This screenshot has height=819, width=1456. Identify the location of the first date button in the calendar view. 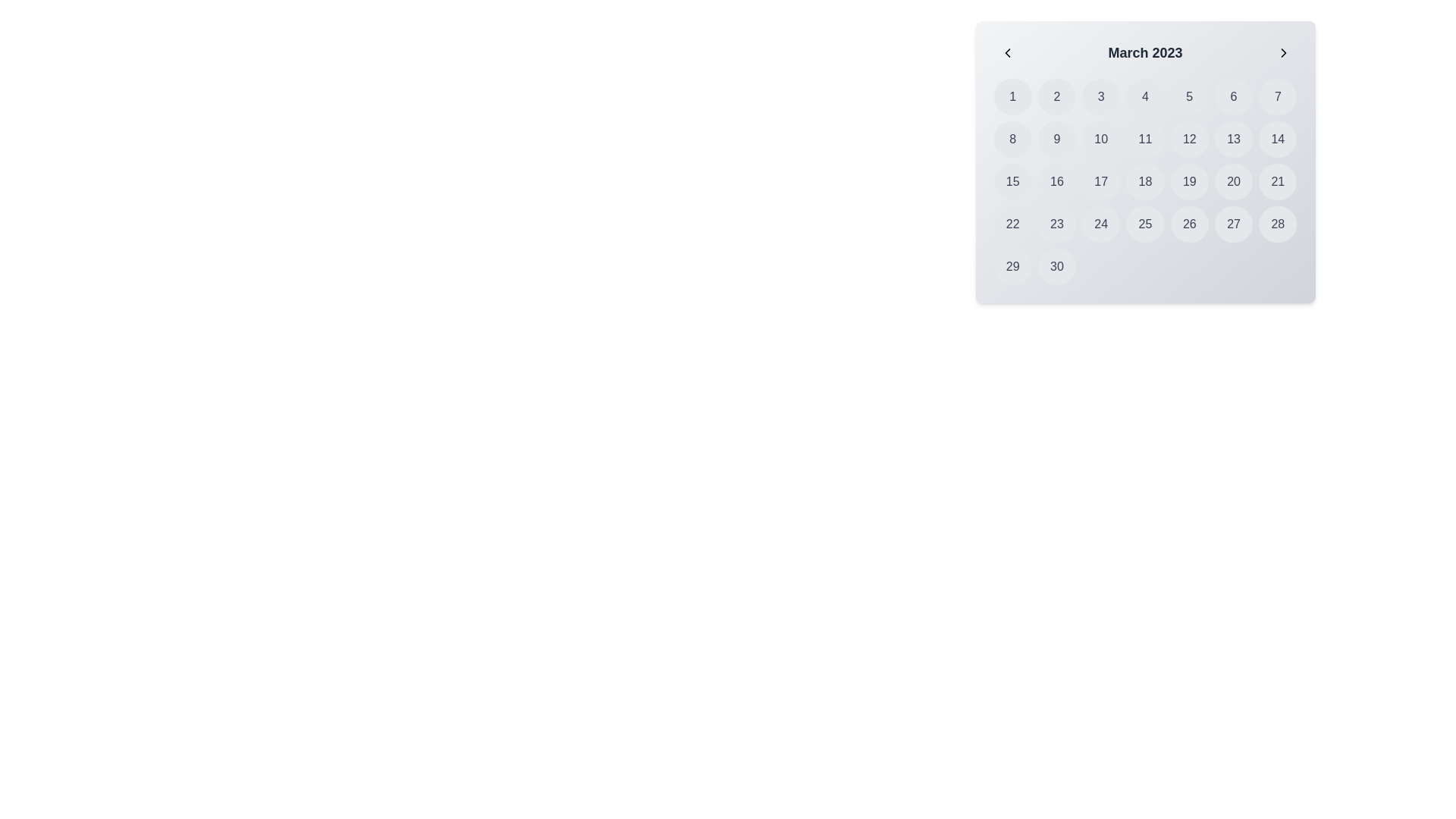
(1012, 96).